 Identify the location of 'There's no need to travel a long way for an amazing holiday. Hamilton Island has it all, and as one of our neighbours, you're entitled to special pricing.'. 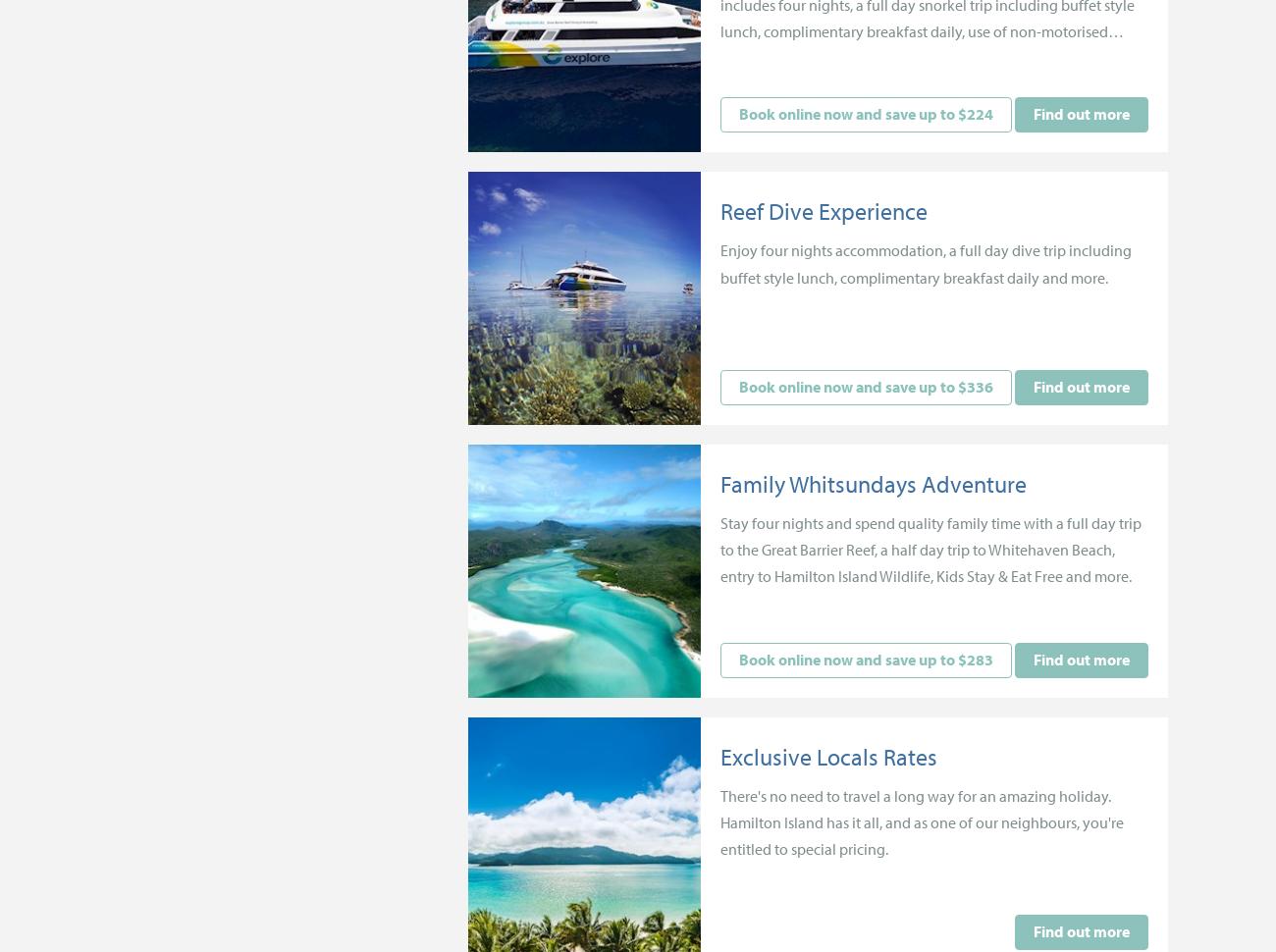
(922, 820).